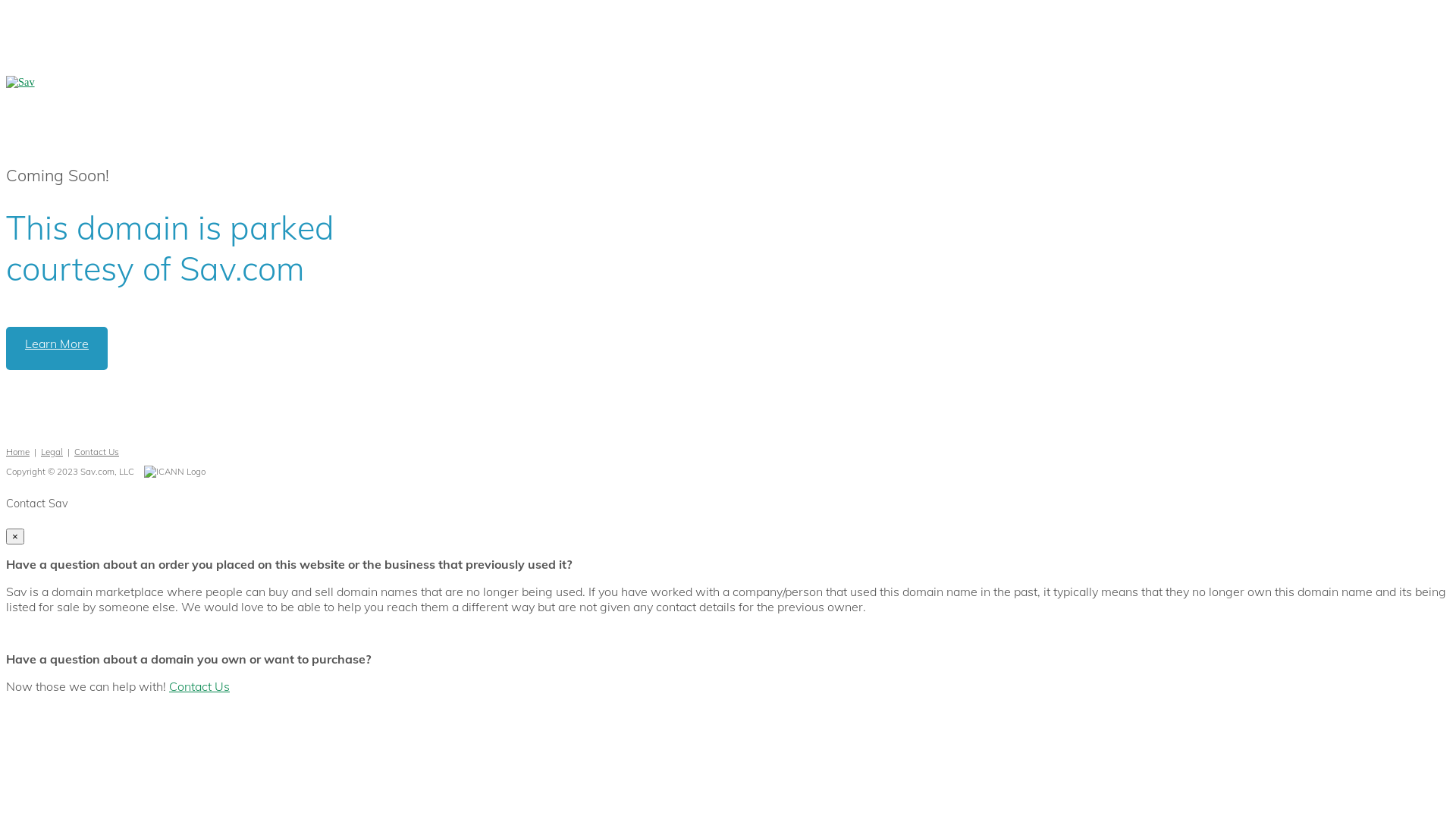 This screenshot has height=819, width=1456. Describe the element at coordinates (52, 450) in the screenshot. I see `'Legal'` at that location.